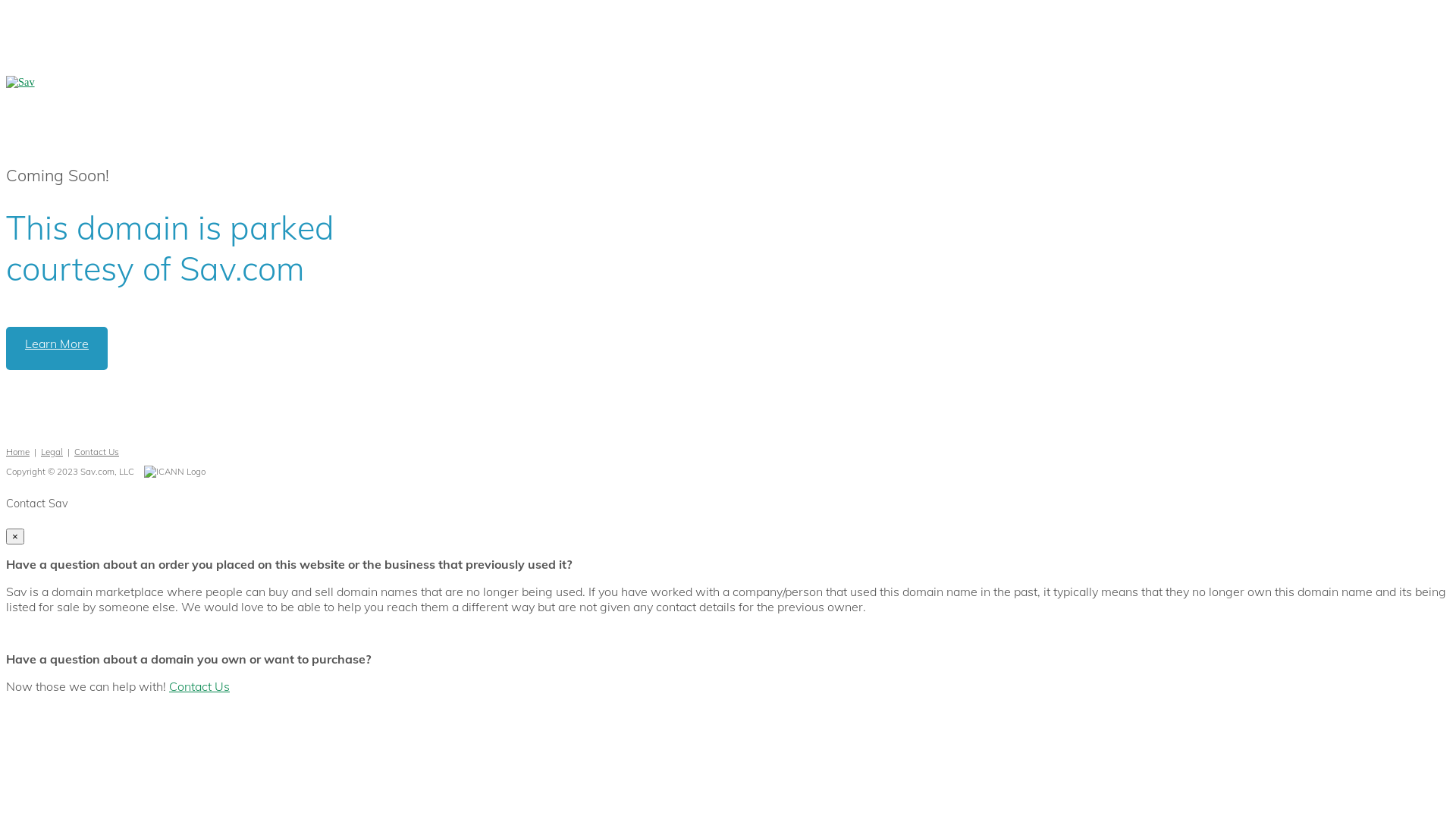 This screenshot has height=819, width=1456. Describe the element at coordinates (52, 450) in the screenshot. I see `'Legal'` at that location.